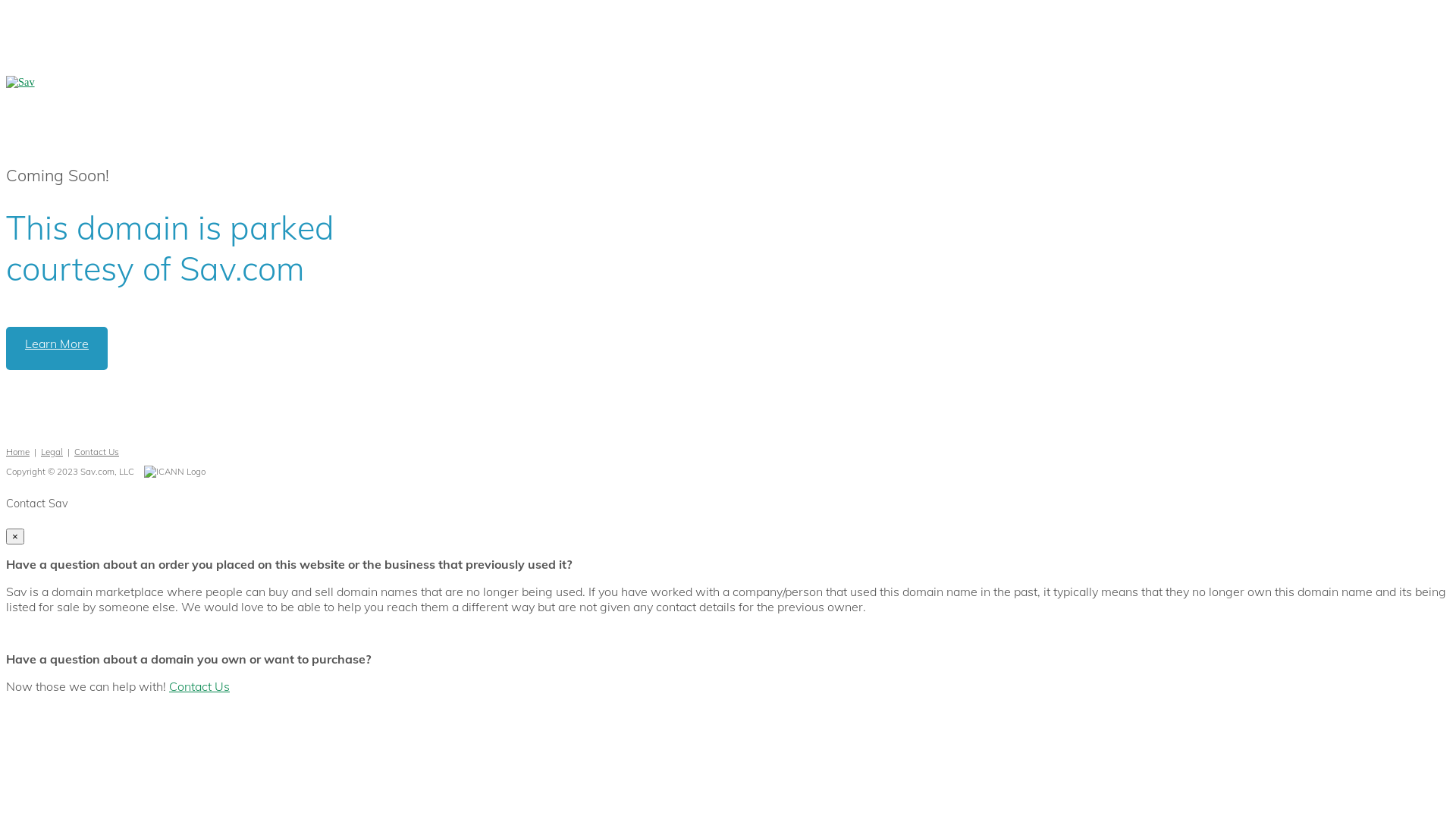 This screenshot has height=819, width=1456. Describe the element at coordinates (52, 450) in the screenshot. I see `'Legal'` at that location.